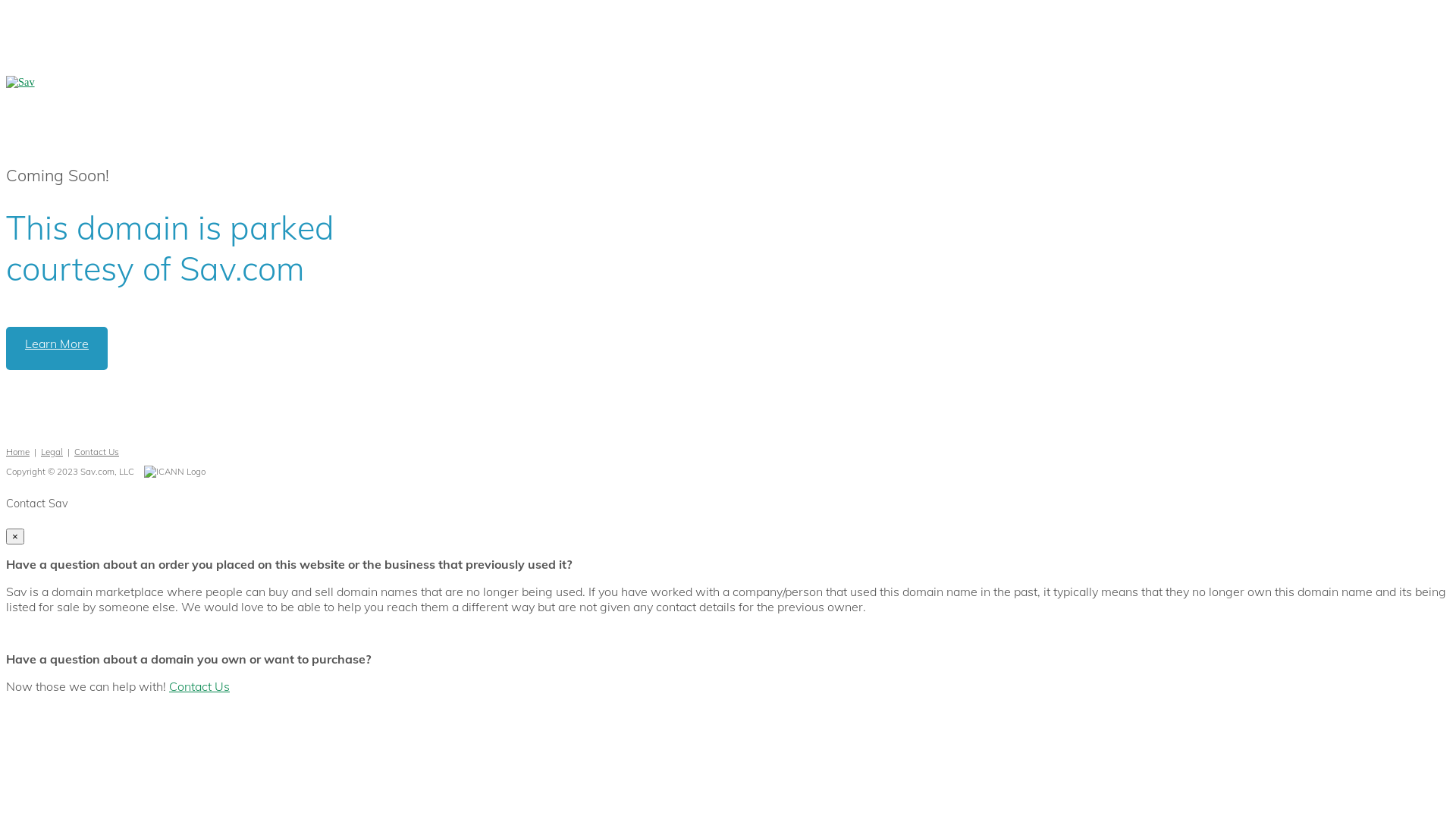 This screenshot has height=819, width=1456. Describe the element at coordinates (52, 450) in the screenshot. I see `'Legal'` at that location.